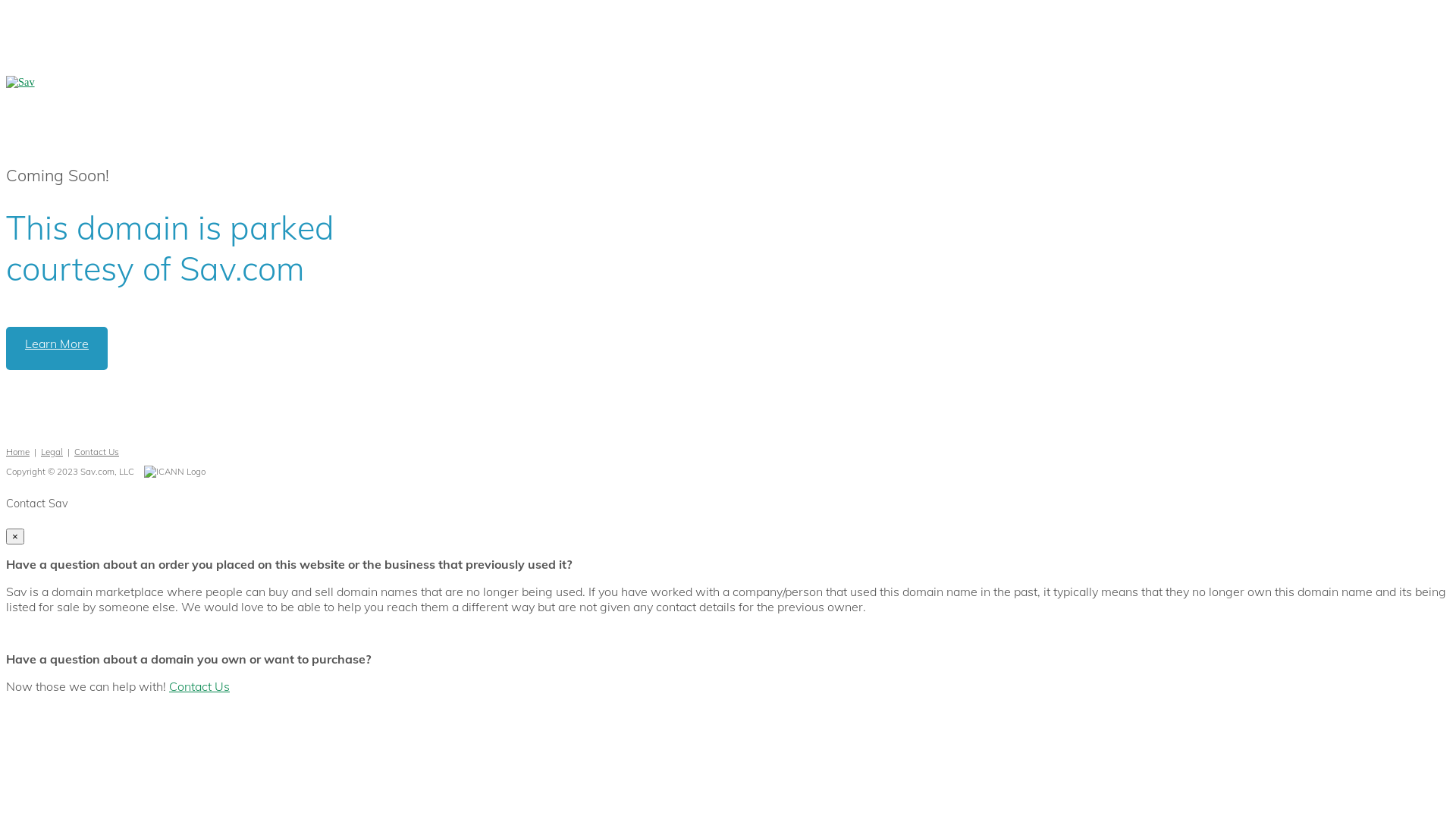 This screenshot has height=819, width=1456. Describe the element at coordinates (52, 450) in the screenshot. I see `'Legal'` at that location.